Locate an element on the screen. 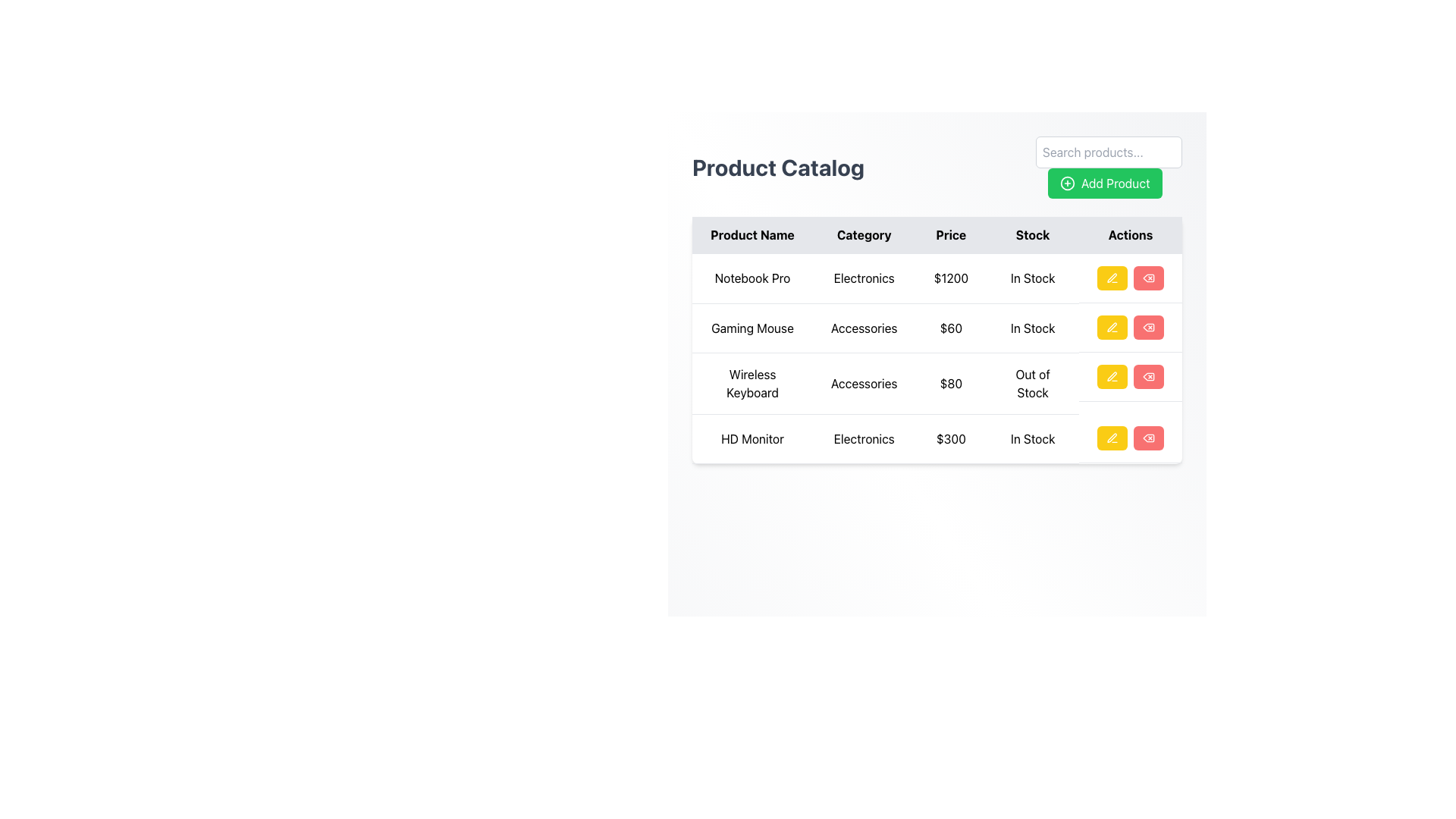 The image size is (1456, 819). the bright yellow edit button with a pencil icon located in the 'Actions' column of the second row of the product catalog table to initiate the edit function is located at coordinates (1112, 327).